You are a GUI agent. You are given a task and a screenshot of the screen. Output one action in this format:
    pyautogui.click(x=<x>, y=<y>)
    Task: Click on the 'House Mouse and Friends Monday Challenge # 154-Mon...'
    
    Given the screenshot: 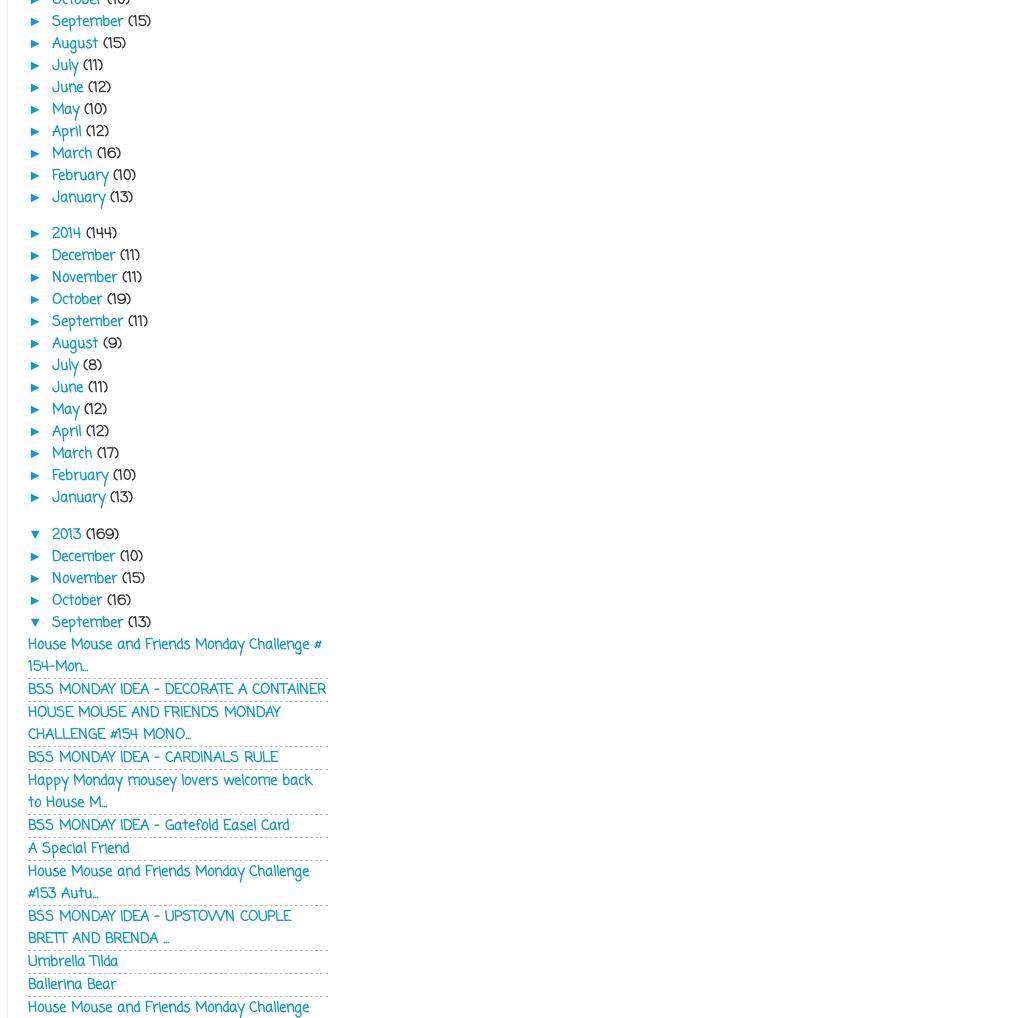 What is the action you would take?
    pyautogui.click(x=174, y=653)
    